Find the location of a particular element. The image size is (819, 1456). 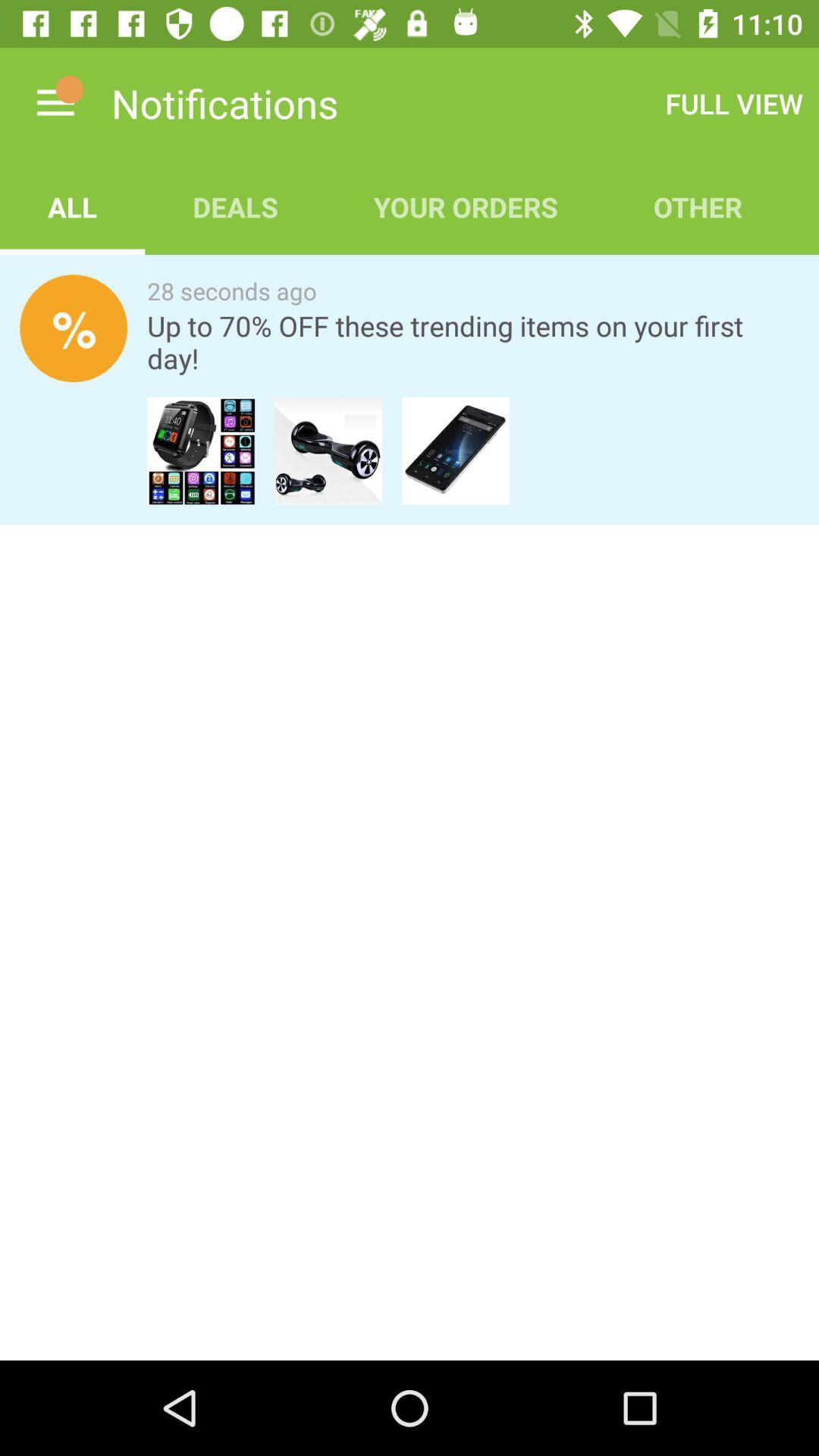

the item next to other icon is located at coordinates (465, 206).